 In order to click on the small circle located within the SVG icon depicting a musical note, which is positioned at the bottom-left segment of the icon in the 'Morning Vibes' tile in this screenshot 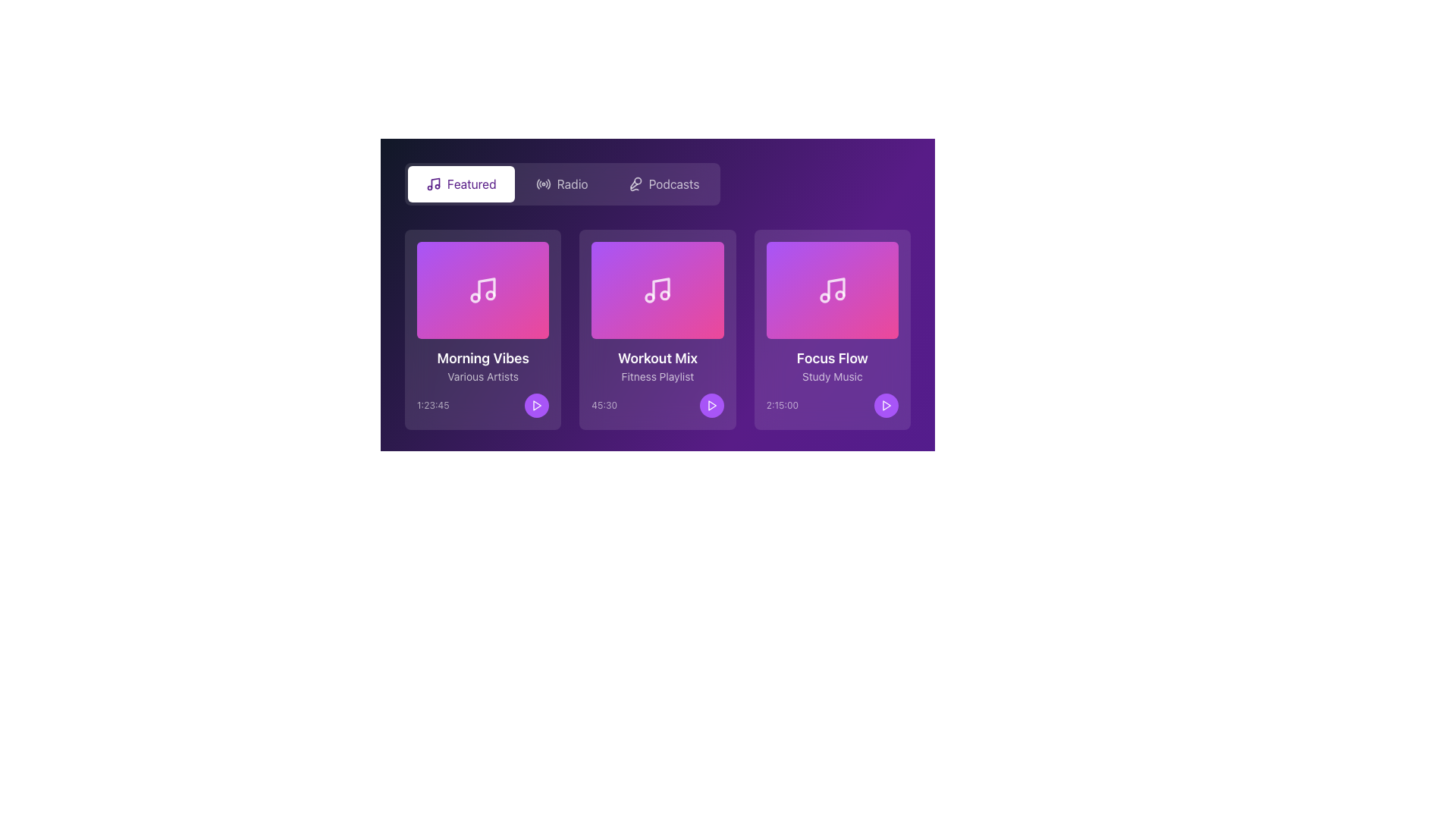, I will do `click(475, 298)`.